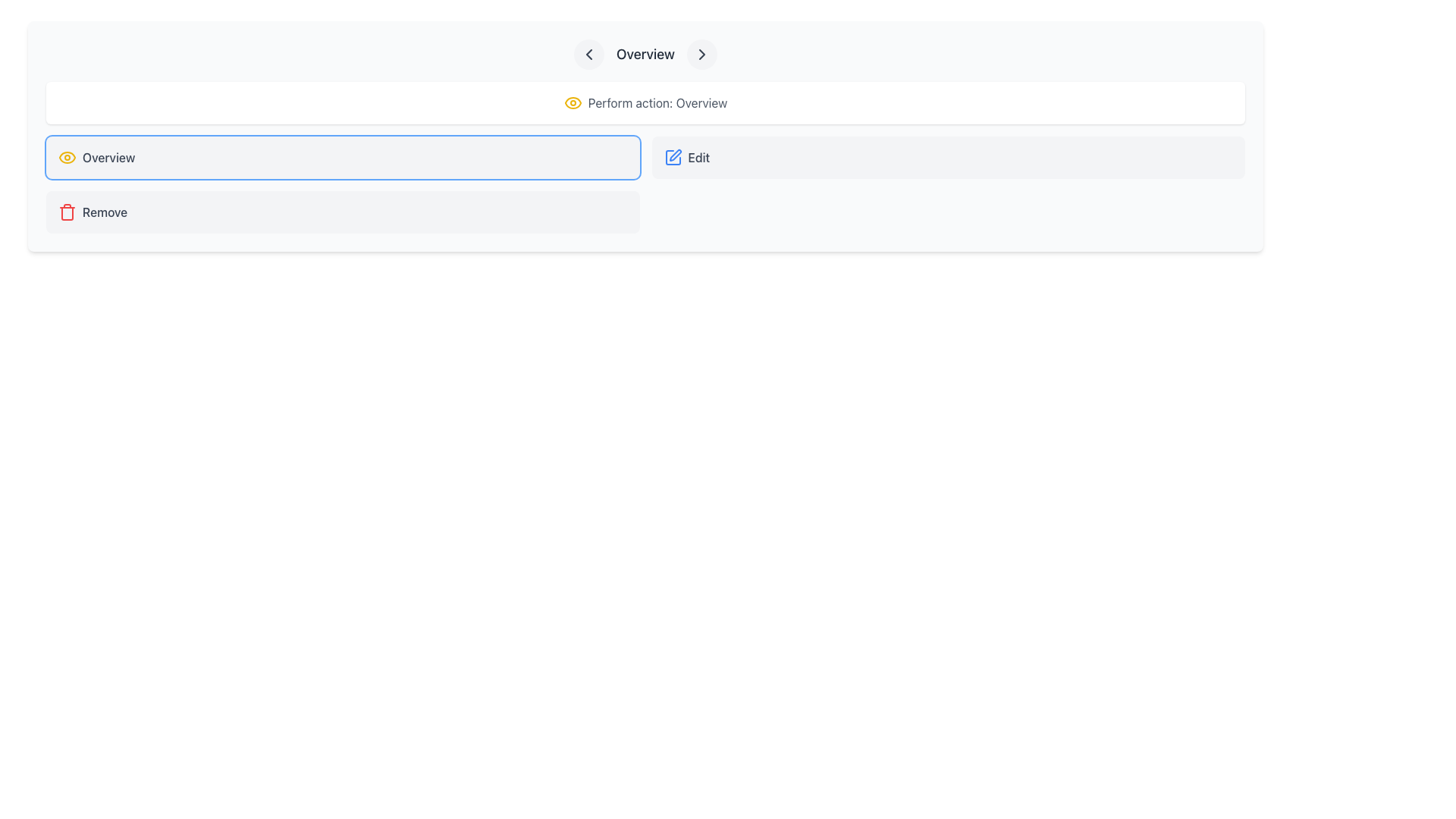  I want to click on the delete icon located at the leftmost side of the 'Remove' button, so click(67, 212).